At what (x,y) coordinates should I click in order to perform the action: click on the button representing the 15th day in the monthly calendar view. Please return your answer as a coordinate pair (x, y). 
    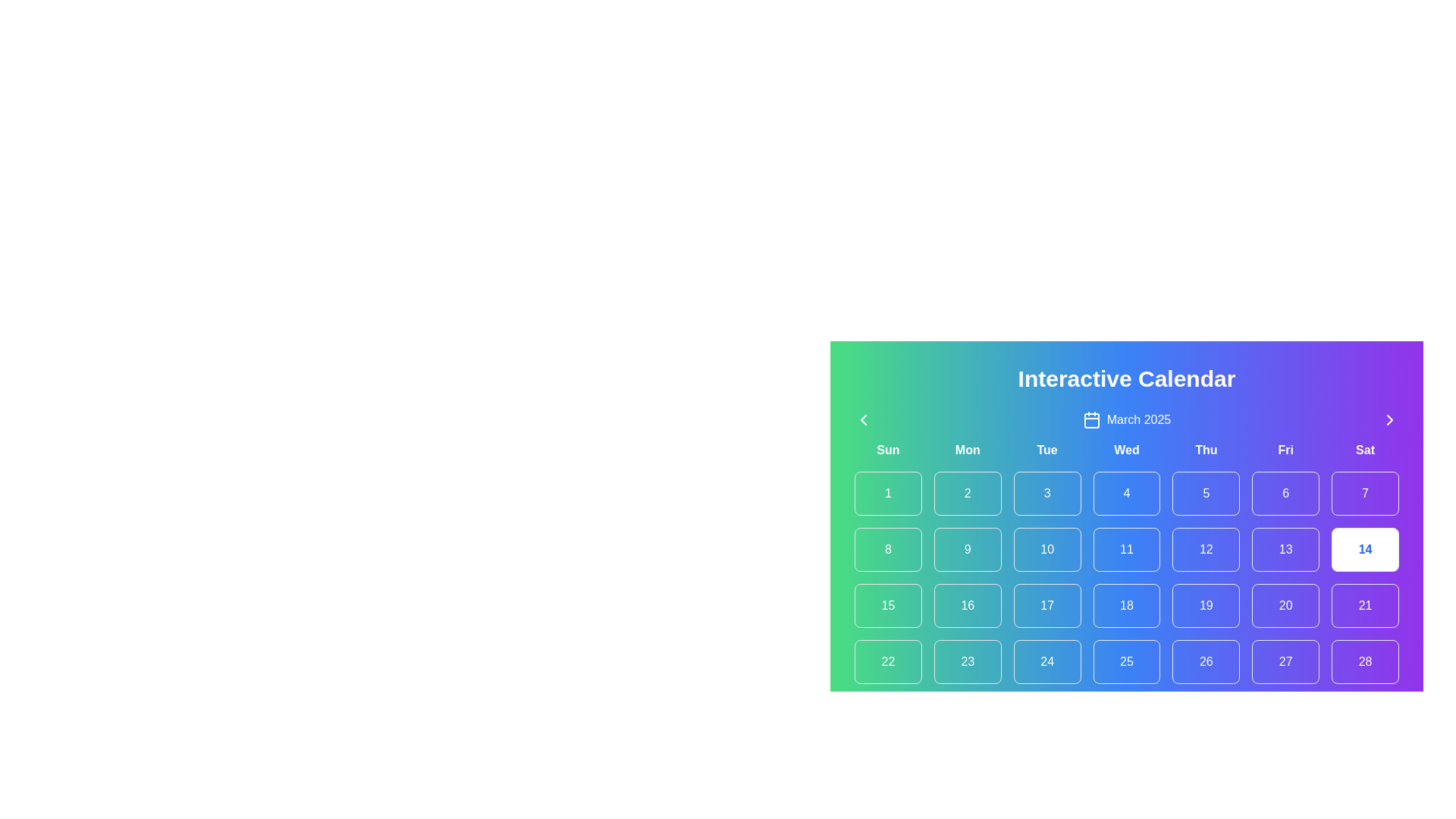
    Looking at the image, I should click on (888, 604).